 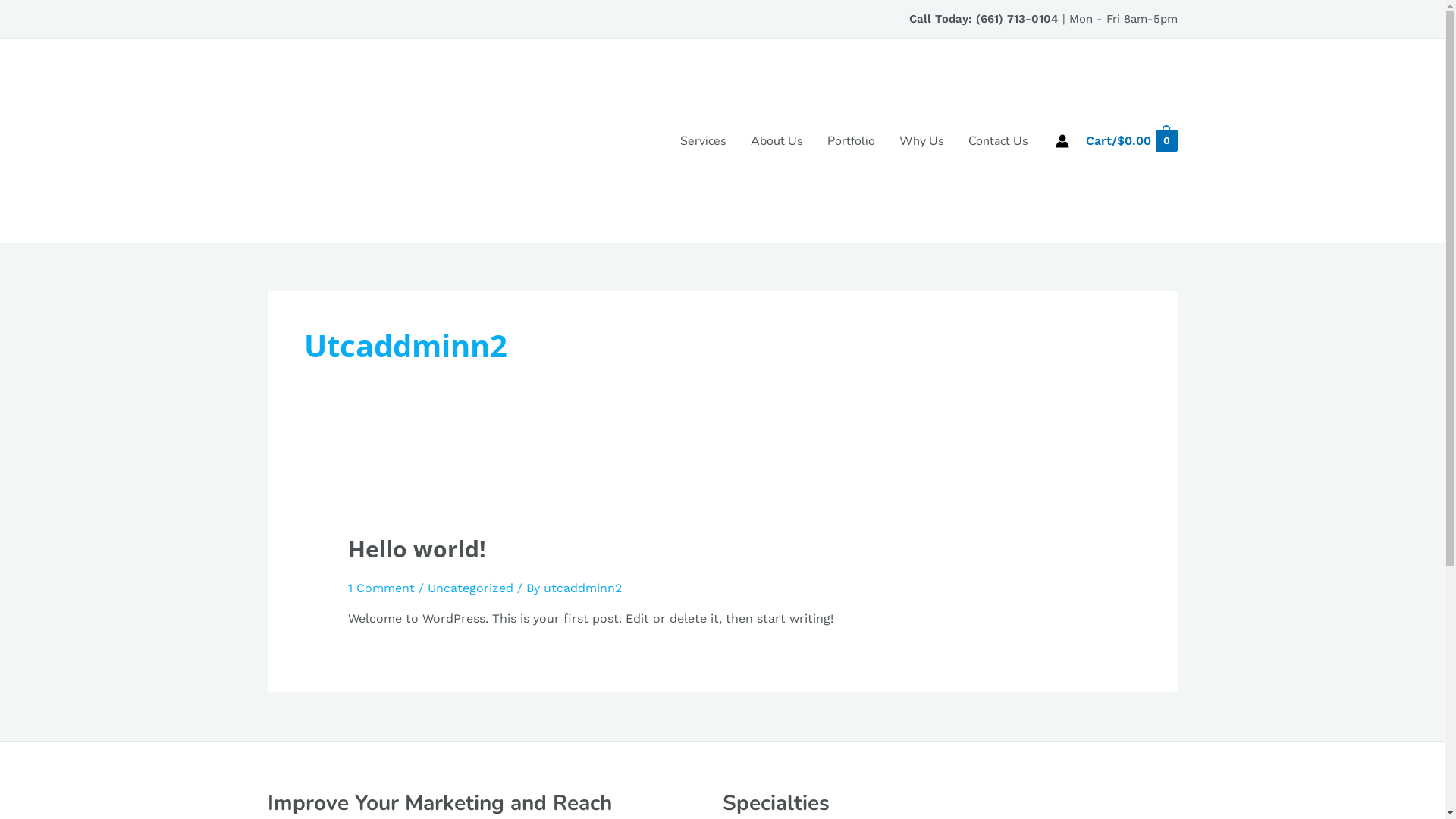 I want to click on 'Why Us', so click(x=887, y=140).